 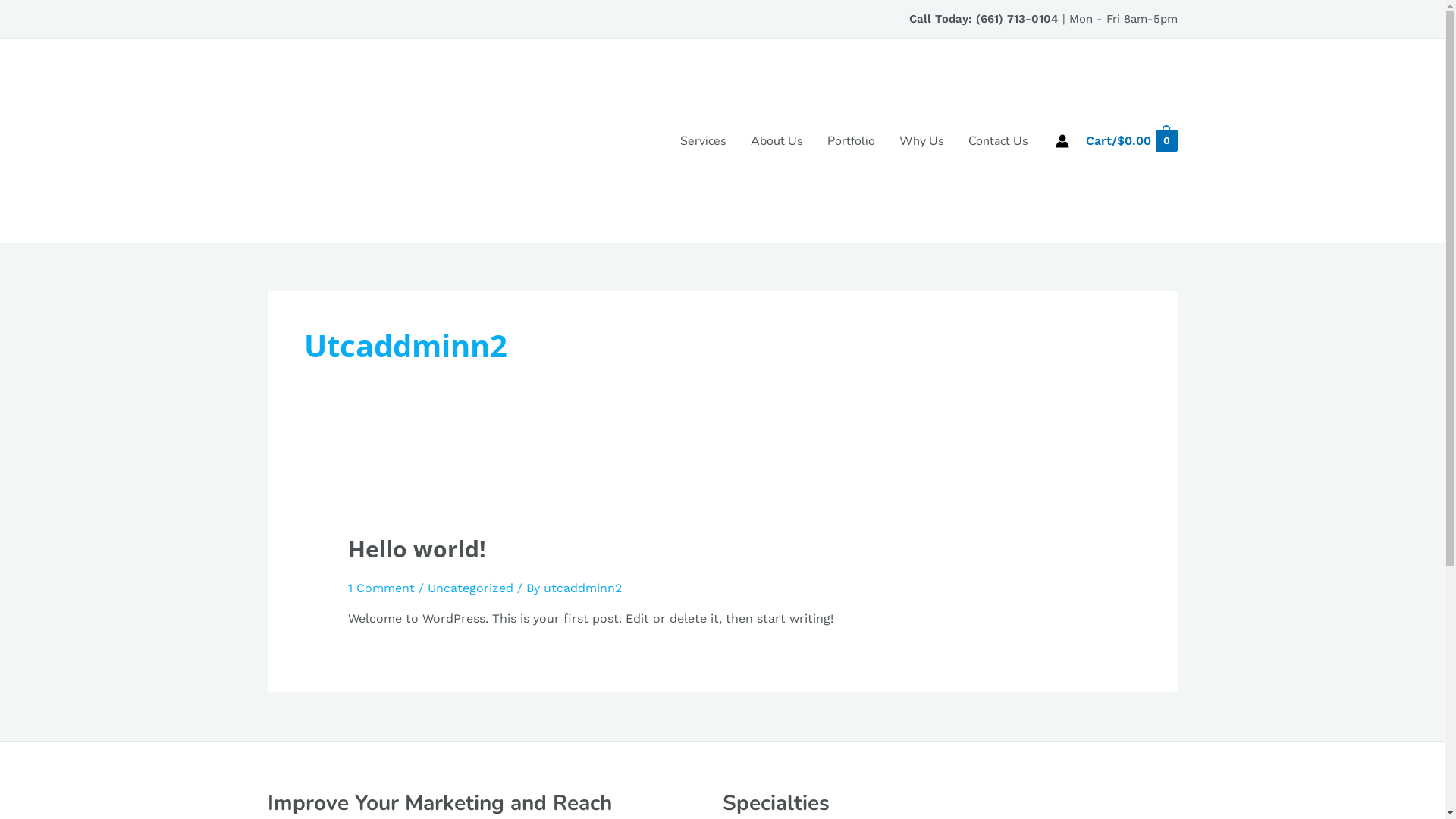 I want to click on 'Why Us', so click(x=887, y=140).